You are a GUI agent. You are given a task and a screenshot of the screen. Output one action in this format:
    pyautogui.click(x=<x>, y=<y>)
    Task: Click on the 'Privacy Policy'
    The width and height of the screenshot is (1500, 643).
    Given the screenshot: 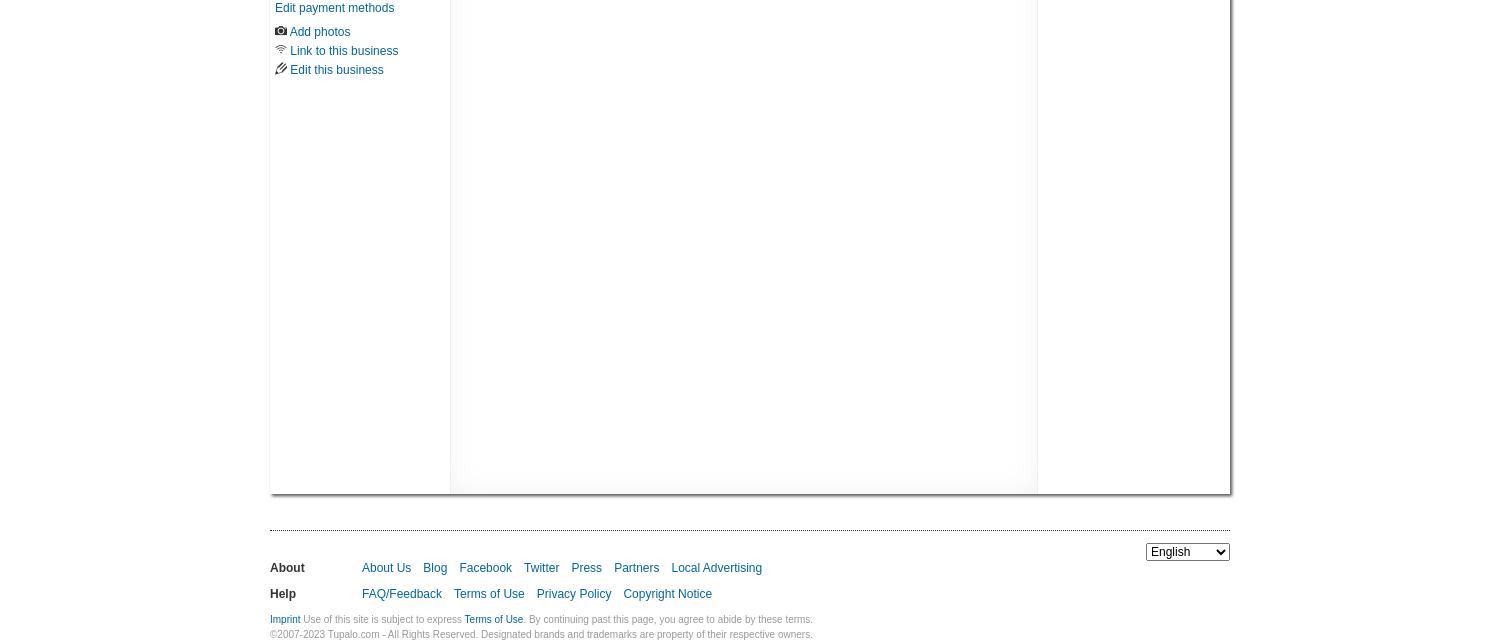 What is the action you would take?
    pyautogui.click(x=572, y=593)
    